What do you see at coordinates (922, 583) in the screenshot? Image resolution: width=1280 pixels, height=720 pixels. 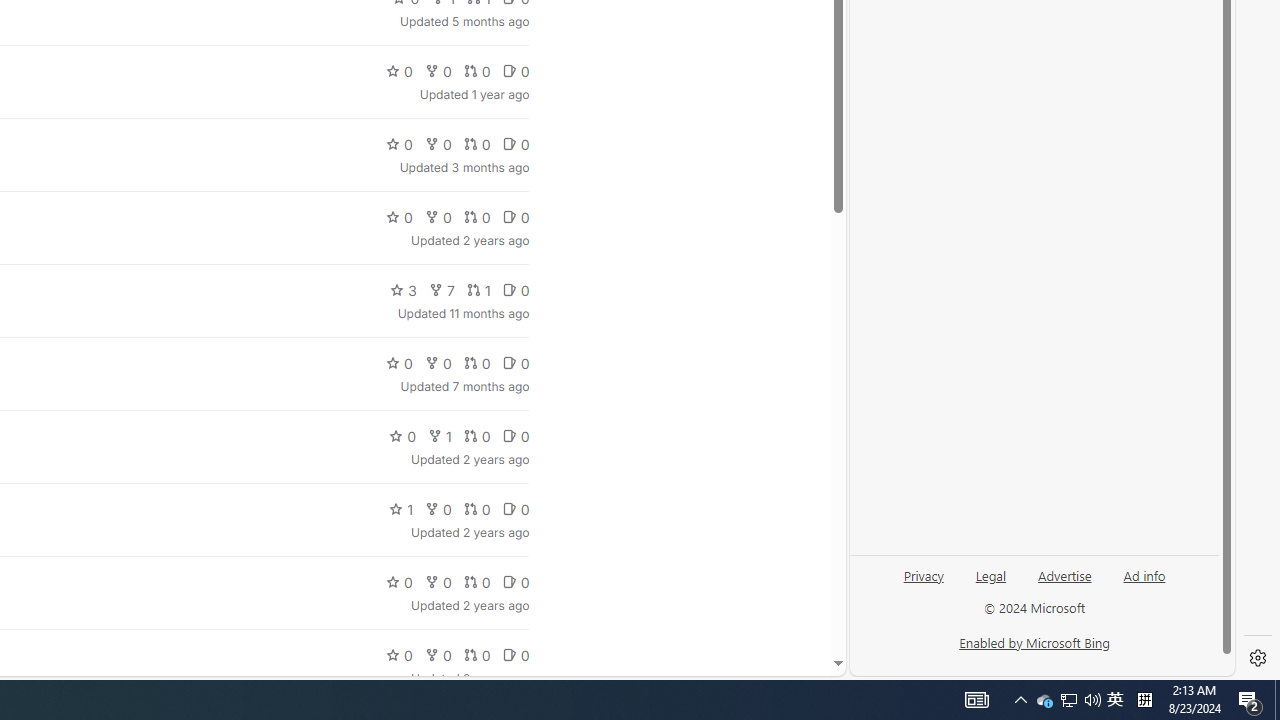 I see `'Privacy'` at bounding box center [922, 583].